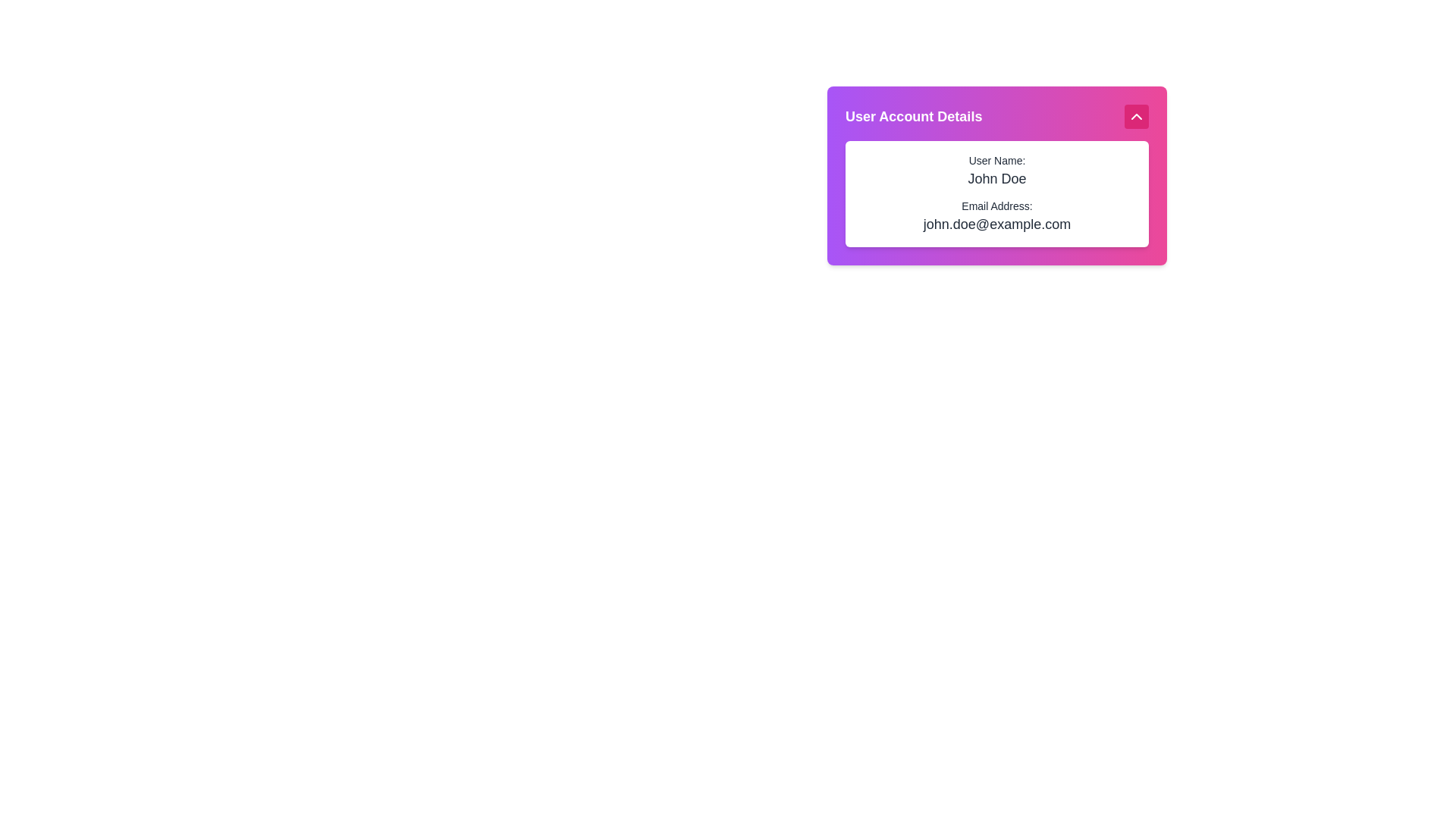  I want to click on the Text display block that shows 'User Name:' and 'John Doe', which is the first item in a list of user details displayed within a rectangular card, so click(997, 171).